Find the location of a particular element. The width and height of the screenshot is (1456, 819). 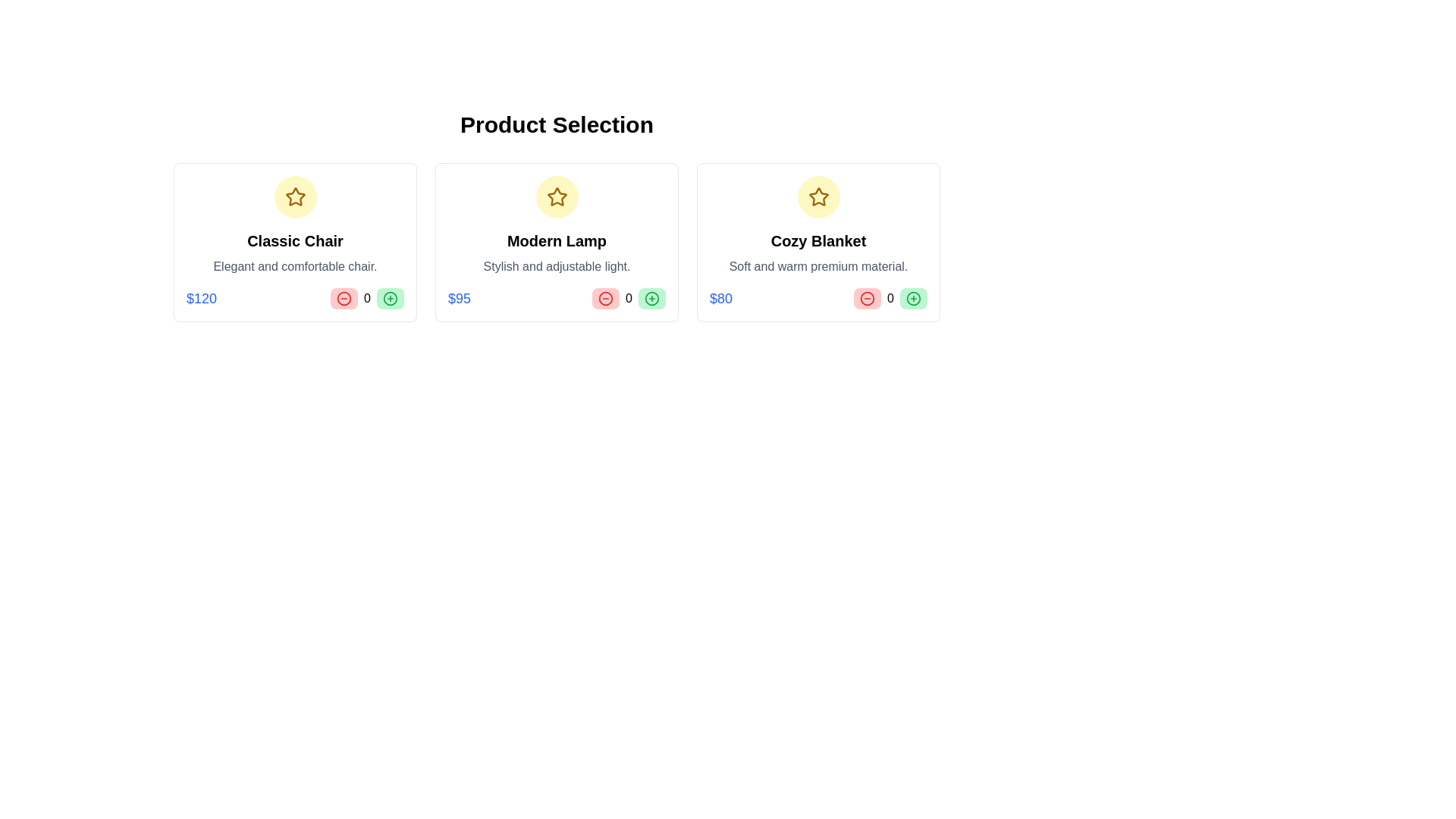

the circular green '+' button located at the bottom-right corner of the 'Classic Chair' card is located at coordinates (390, 298).